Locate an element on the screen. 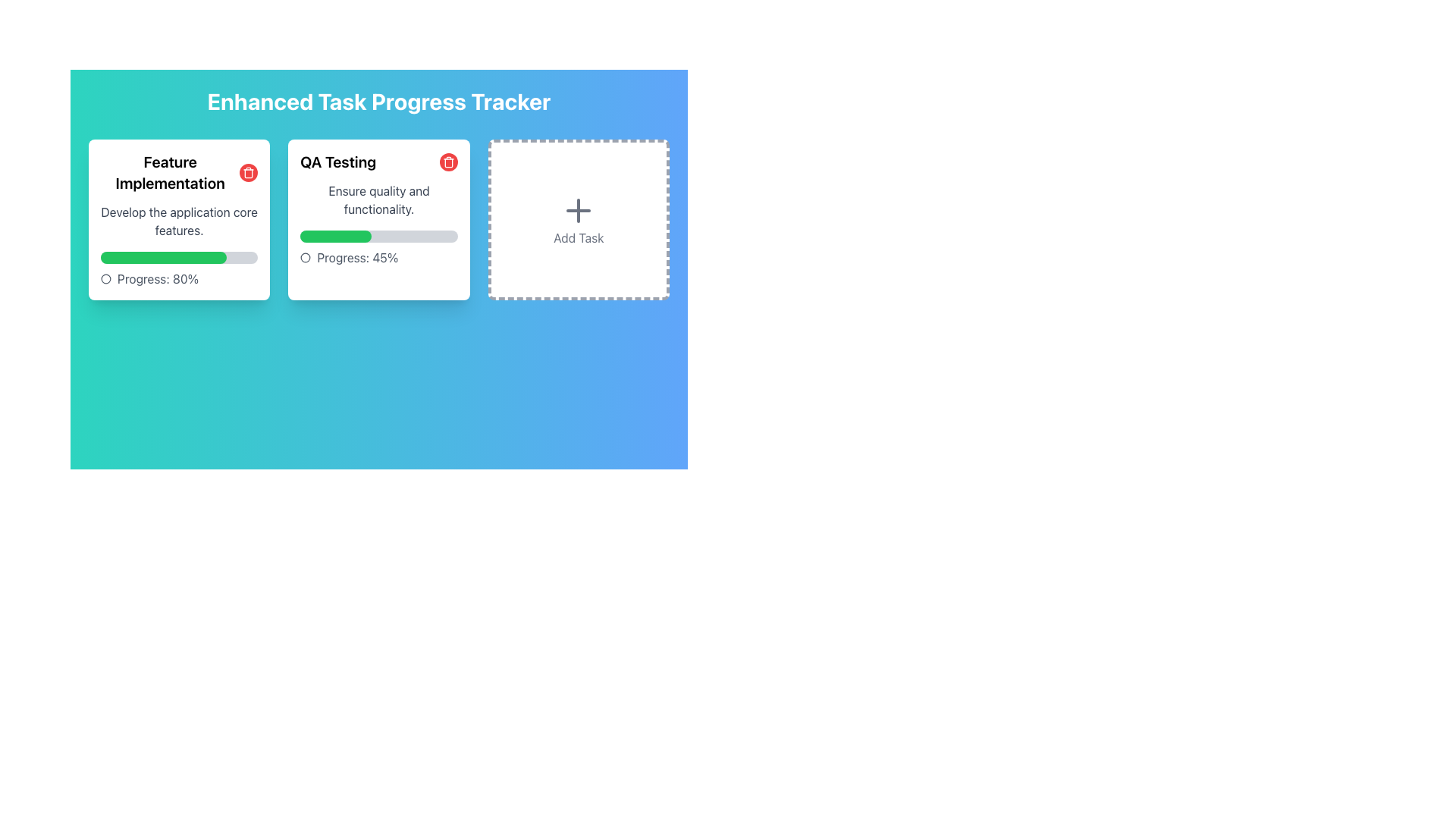 The image size is (1456, 819). the task card labeled 'QA Testing', which is the second card in a row of three within the grid layout is located at coordinates (378, 219).